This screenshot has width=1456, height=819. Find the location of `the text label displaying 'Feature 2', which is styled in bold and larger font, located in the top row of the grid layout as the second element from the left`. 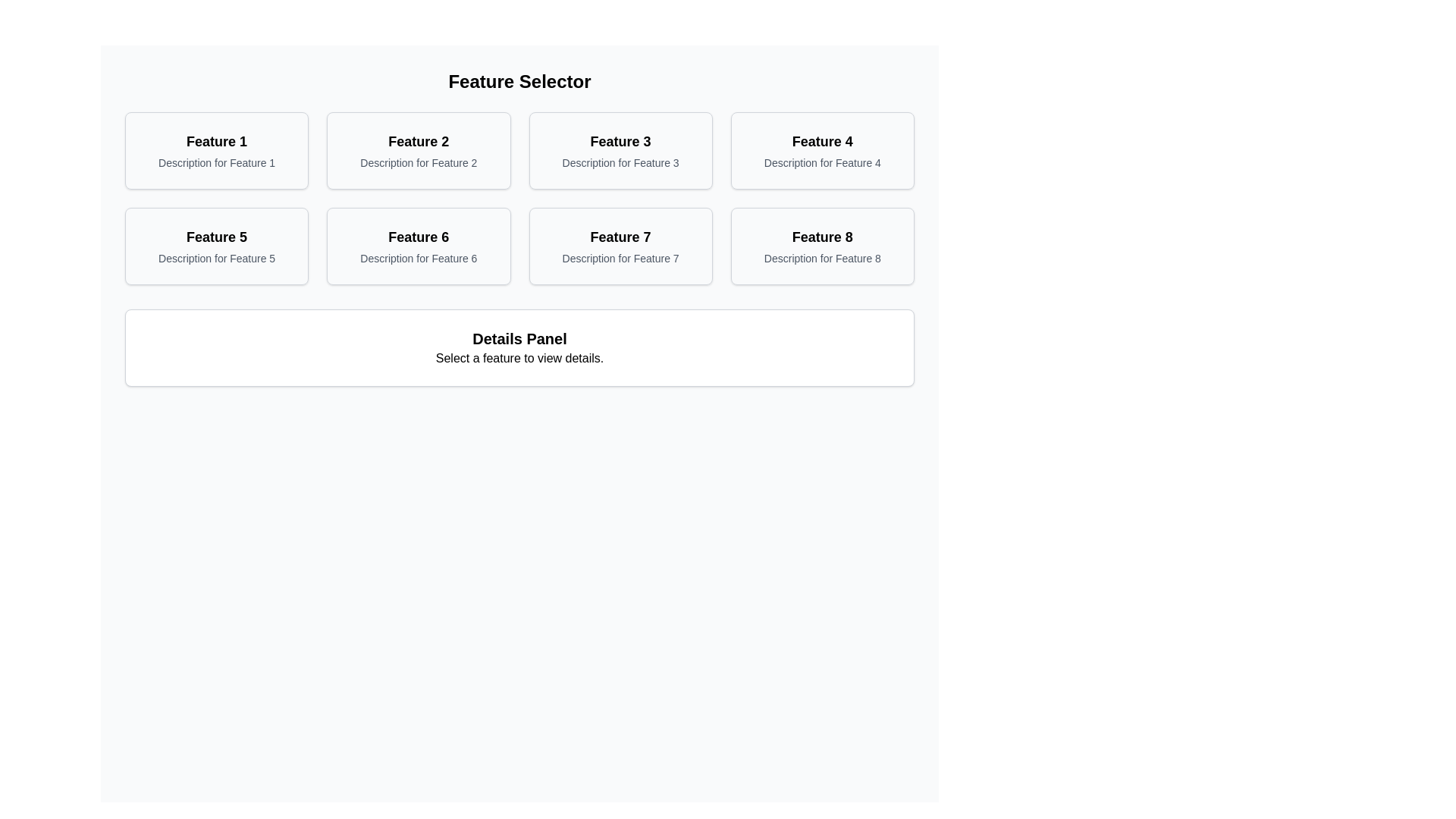

the text label displaying 'Feature 2', which is styled in bold and larger font, located in the top row of the grid layout as the second element from the left is located at coordinates (419, 141).